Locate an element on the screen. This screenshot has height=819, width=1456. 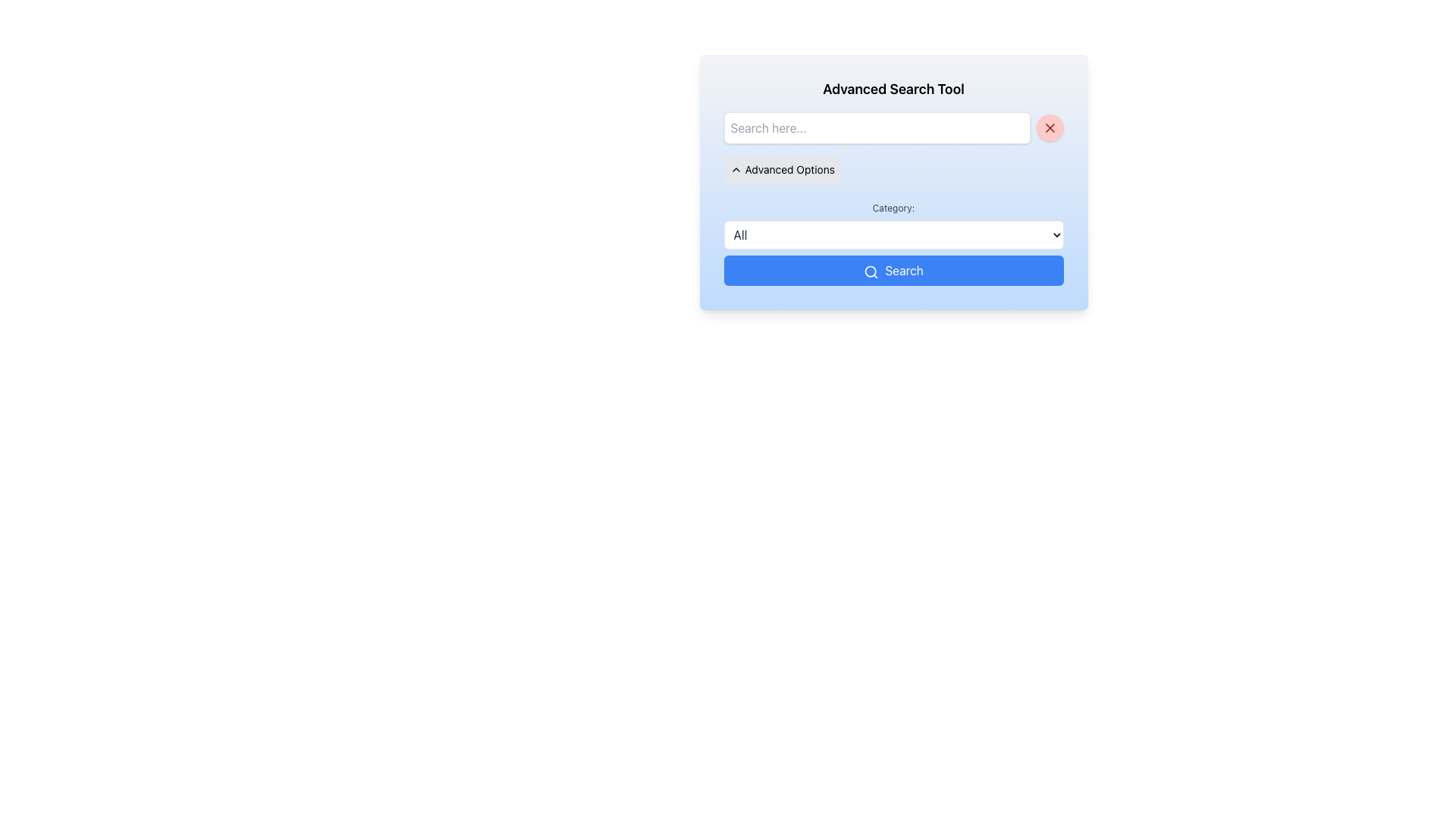
the text label that reads 'Category:', which is styled in a subtle gray color and is positioned above the dropdown menu labeled 'All' is located at coordinates (893, 208).